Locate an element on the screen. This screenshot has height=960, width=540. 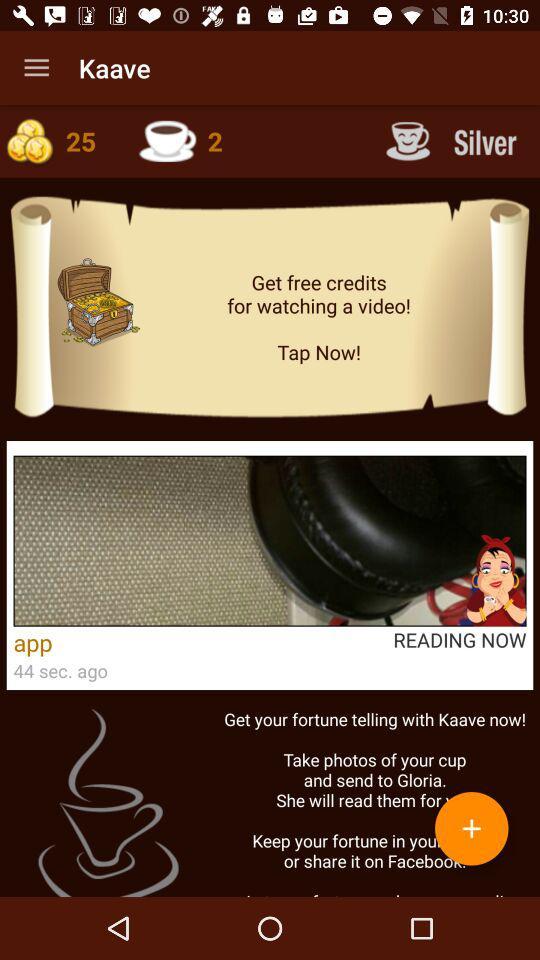
item below kaave icon is located at coordinates (193, 140).